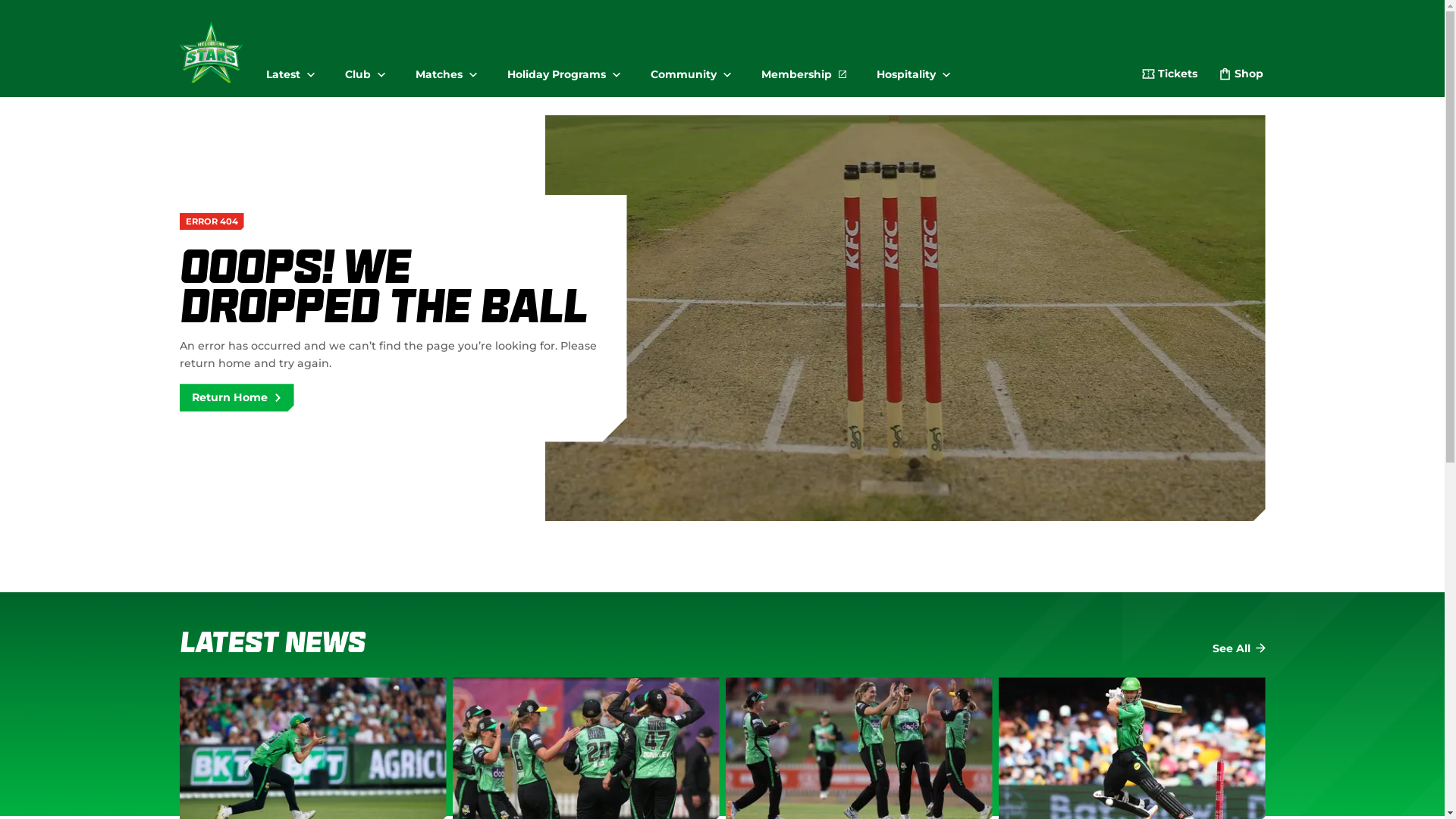 The height and width of the screenshot is (819, 1456). I want to click on 'Membership, so click(745, 67).